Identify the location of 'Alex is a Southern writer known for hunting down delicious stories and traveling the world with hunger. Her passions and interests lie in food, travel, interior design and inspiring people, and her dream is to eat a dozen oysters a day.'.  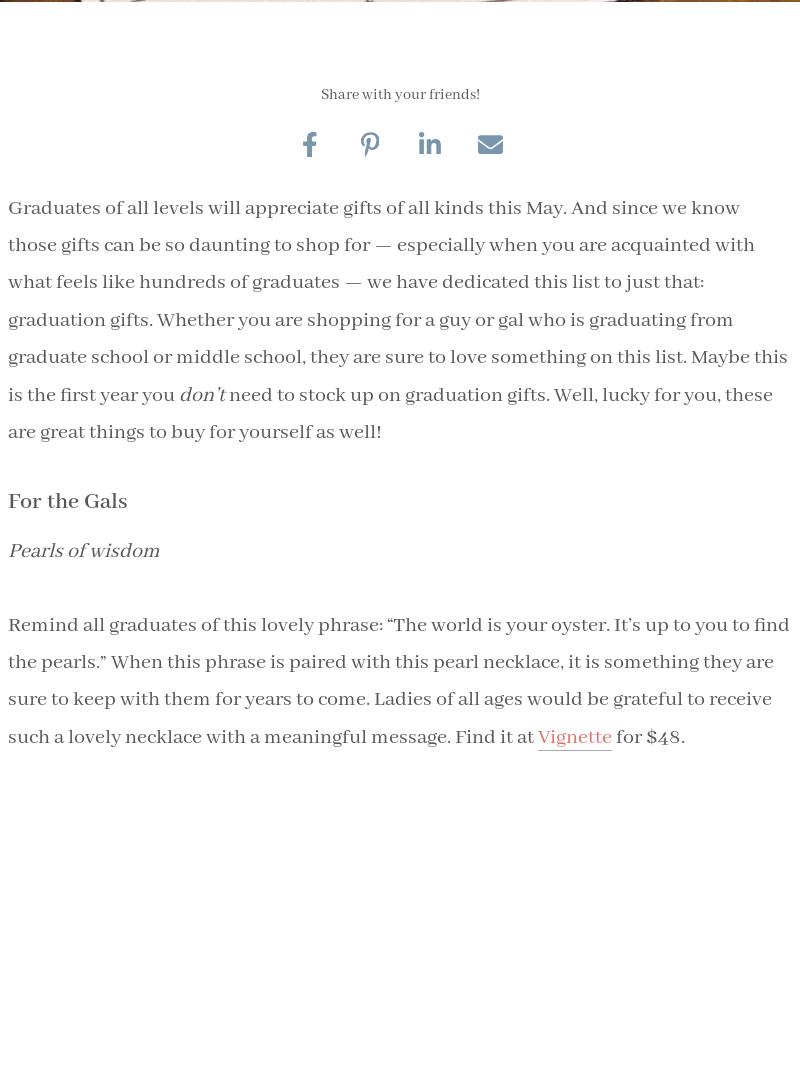
(461, 40).